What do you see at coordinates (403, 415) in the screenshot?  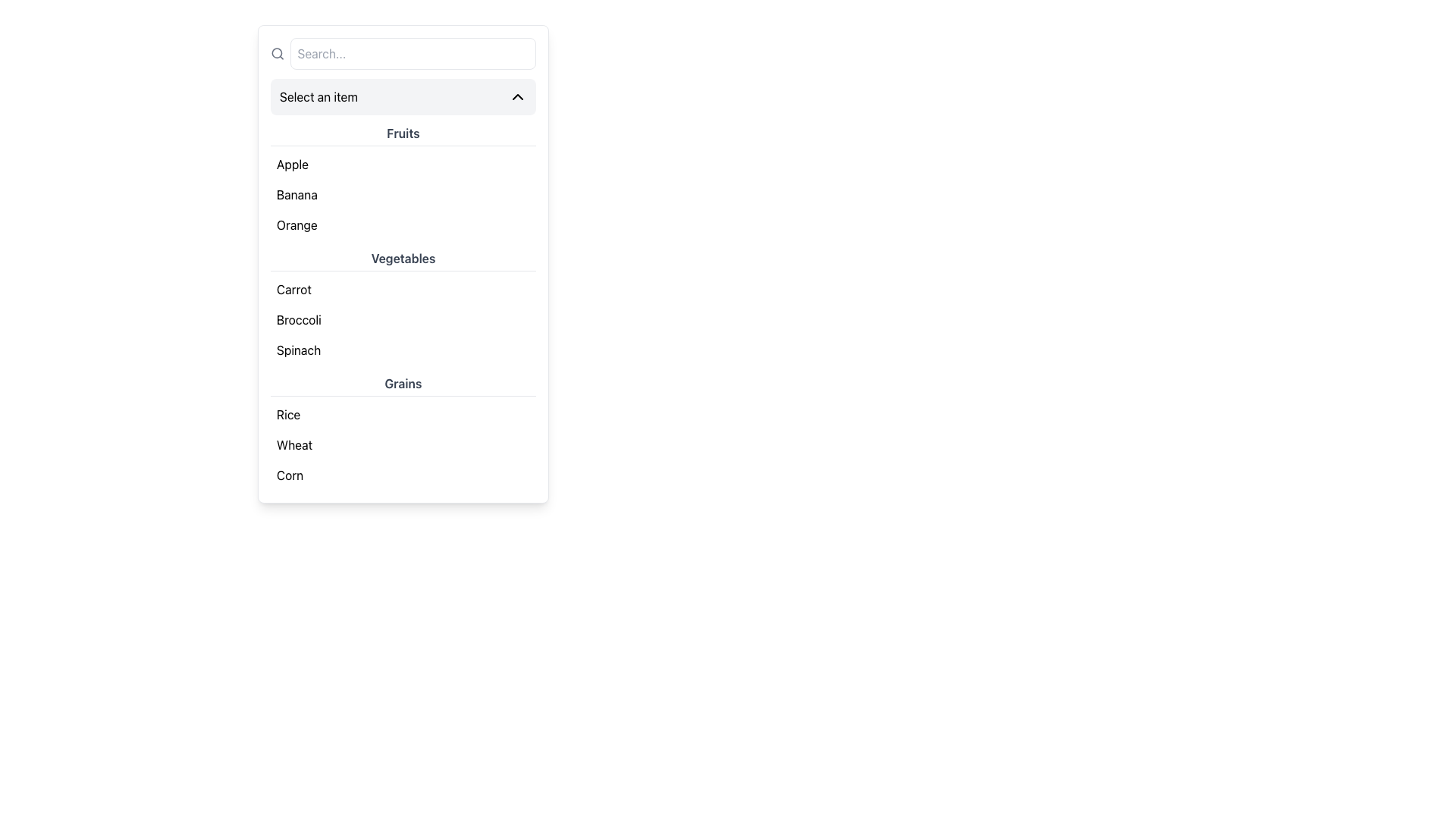 I see `the first visible list item for 'Rice' in the 'Grains' section of the menu panel` at bounding box center [403, 415].